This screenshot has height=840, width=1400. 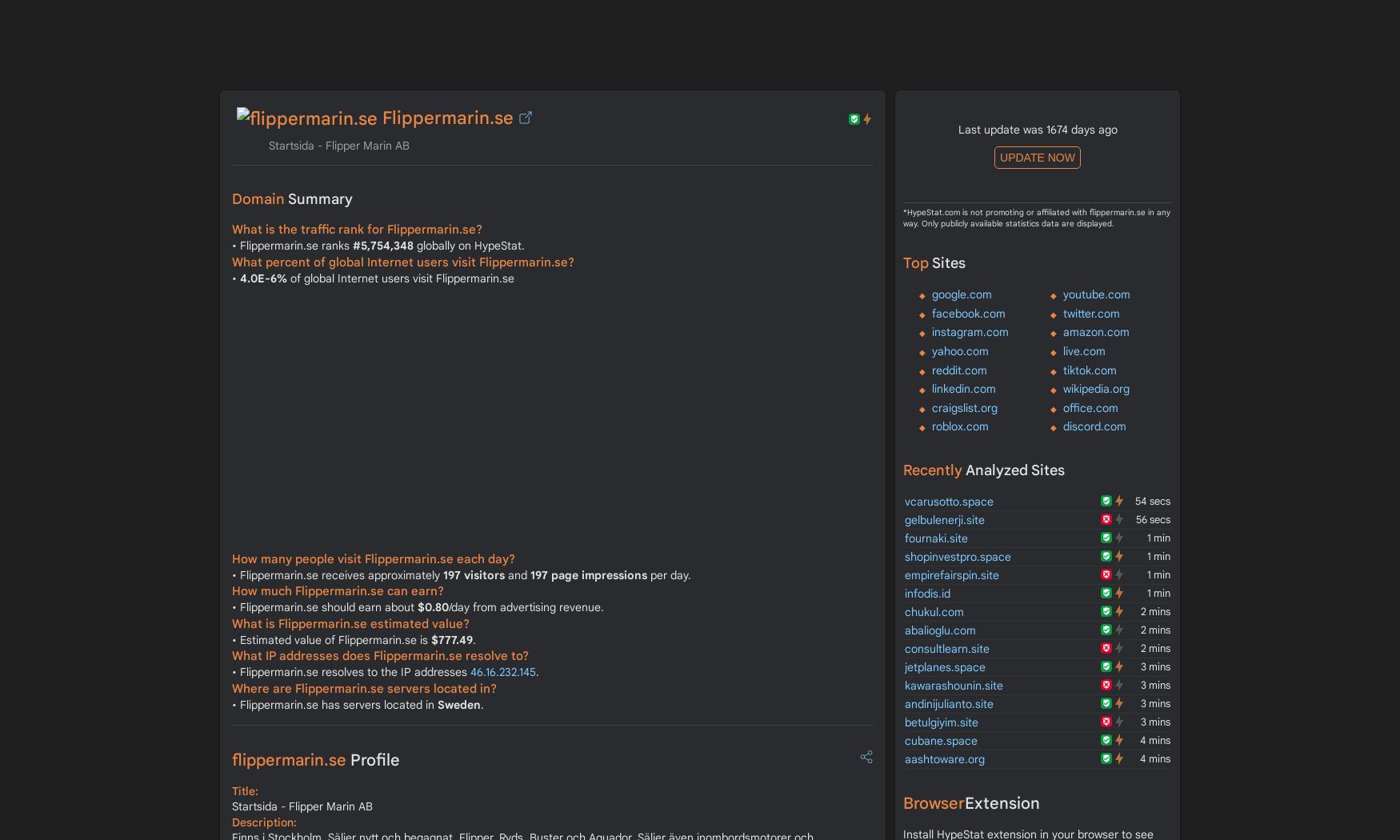 What do you see at coordinates (242, 785) in the screenshot?
I see `'SOA'` at bounding box center [242, 785].